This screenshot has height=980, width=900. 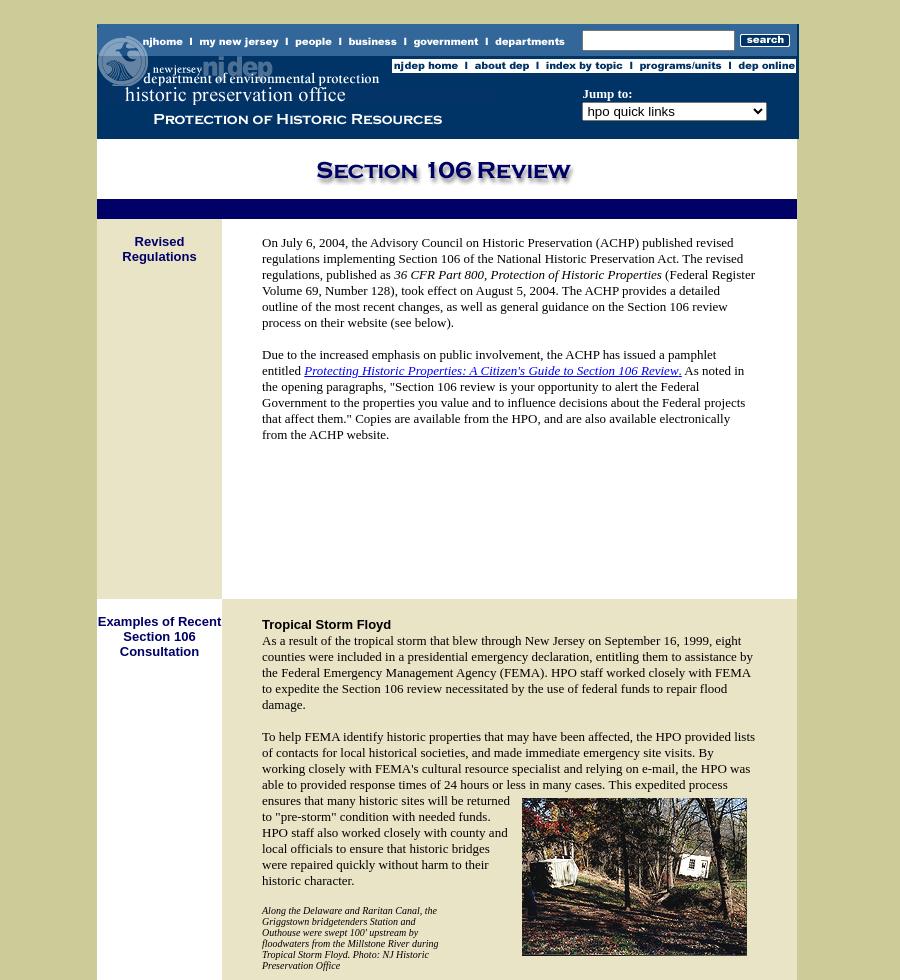 I want to click on 'Tropical Storm 
      Floyd', so click(x=325, y=624).